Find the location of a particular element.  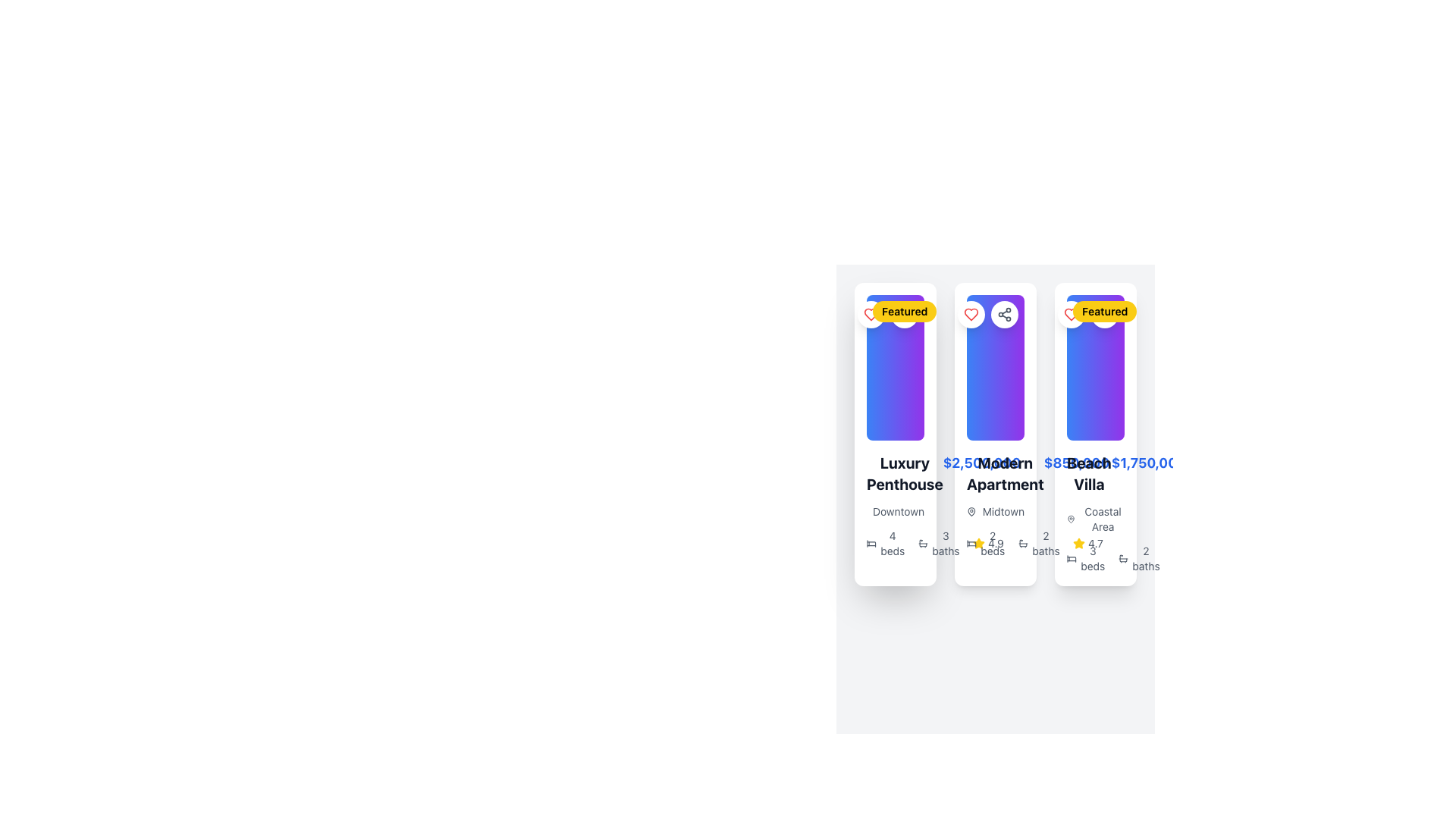

the favorite or bookmark toggle icon in the top-right corner of the 'Beach Villa' card is located at coordinates (971, 314).